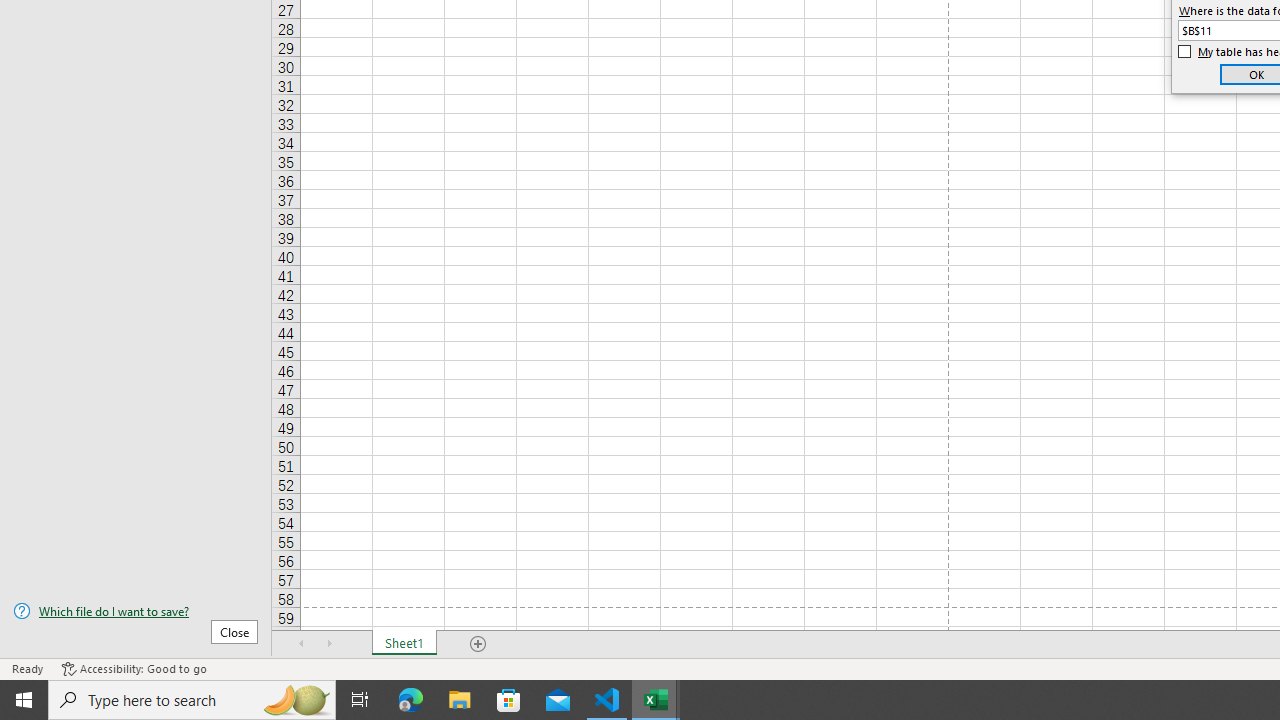 This screenshot has width=1280, height=720. I want to click on 'Which file do I want to save?', so click(135, 610).